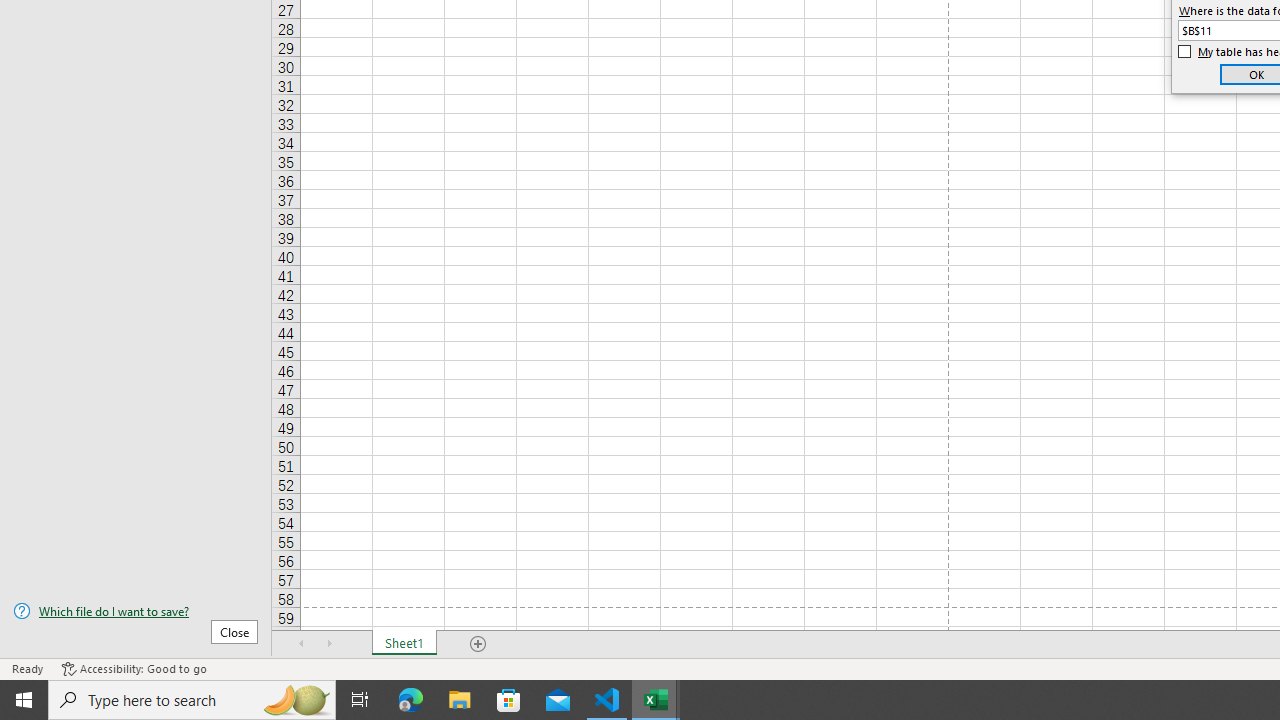 This screenshot has width=1280, height=720. I want to click on 'Which file do I want to save?', so click(135, 610).